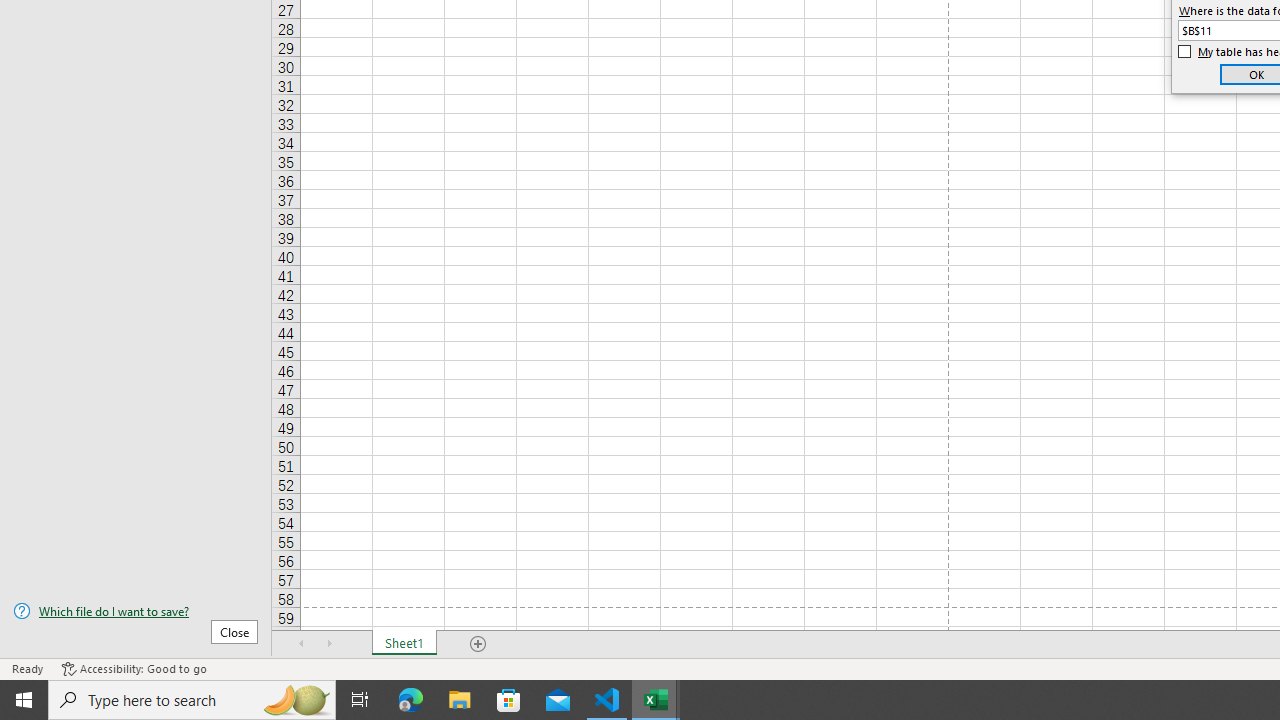 This screenshot has width=1280, height=720. I want to click on 'Which file do I want to save?', so click(135, 610).